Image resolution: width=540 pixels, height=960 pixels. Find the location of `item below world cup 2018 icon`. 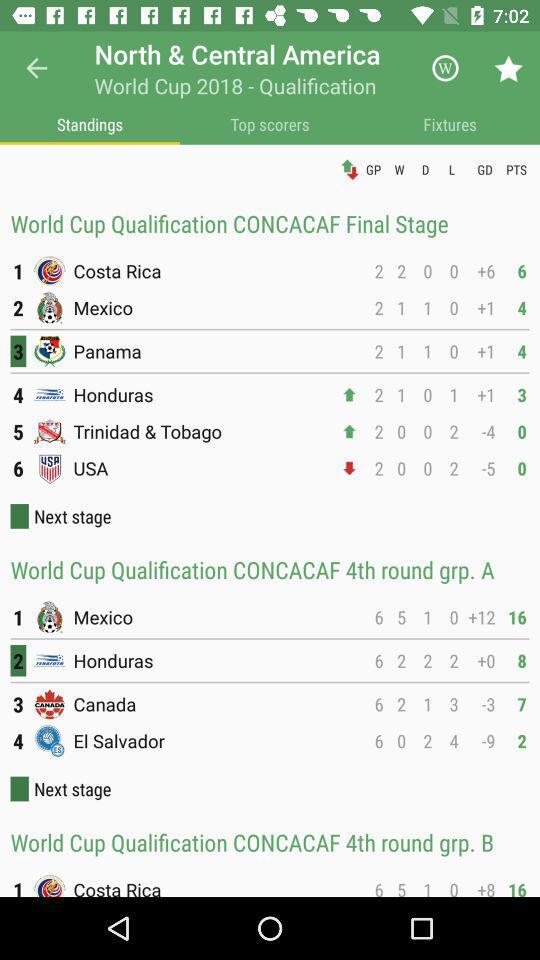

item below world cup 2018 icon is located at coordinates (270, 123).